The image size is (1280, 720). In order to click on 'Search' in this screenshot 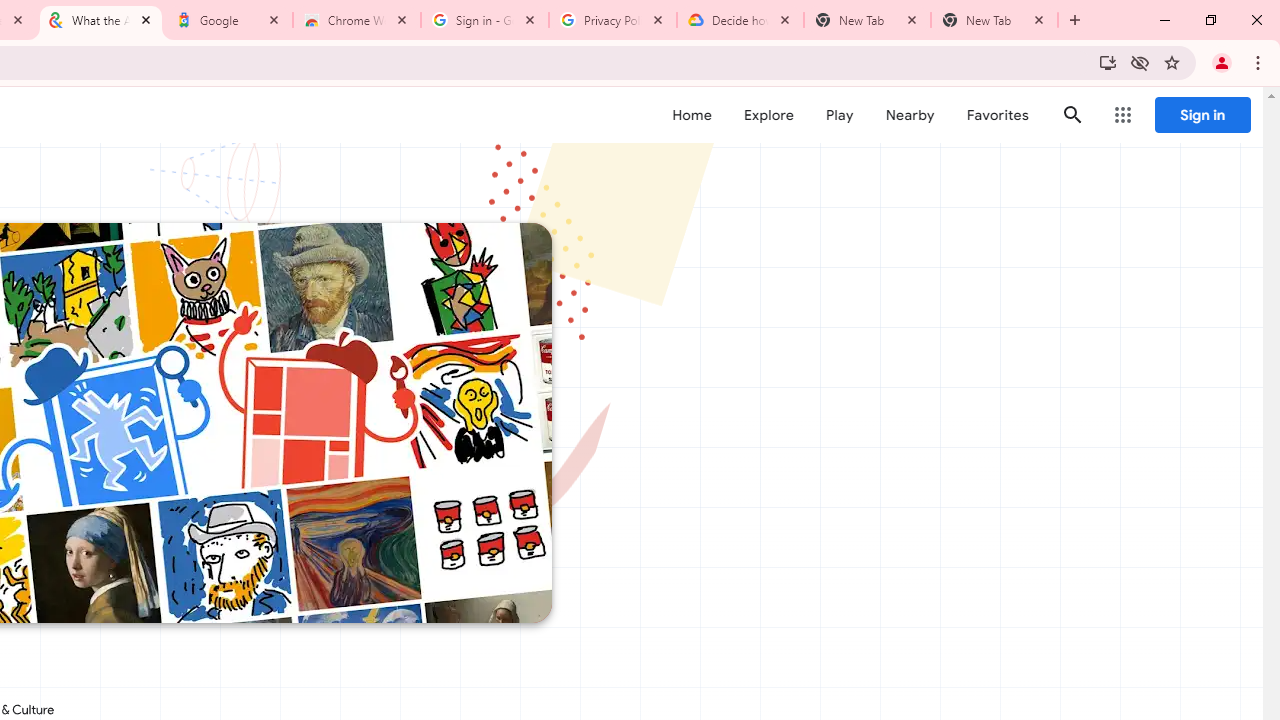, I will do `click(1072, 114)`.